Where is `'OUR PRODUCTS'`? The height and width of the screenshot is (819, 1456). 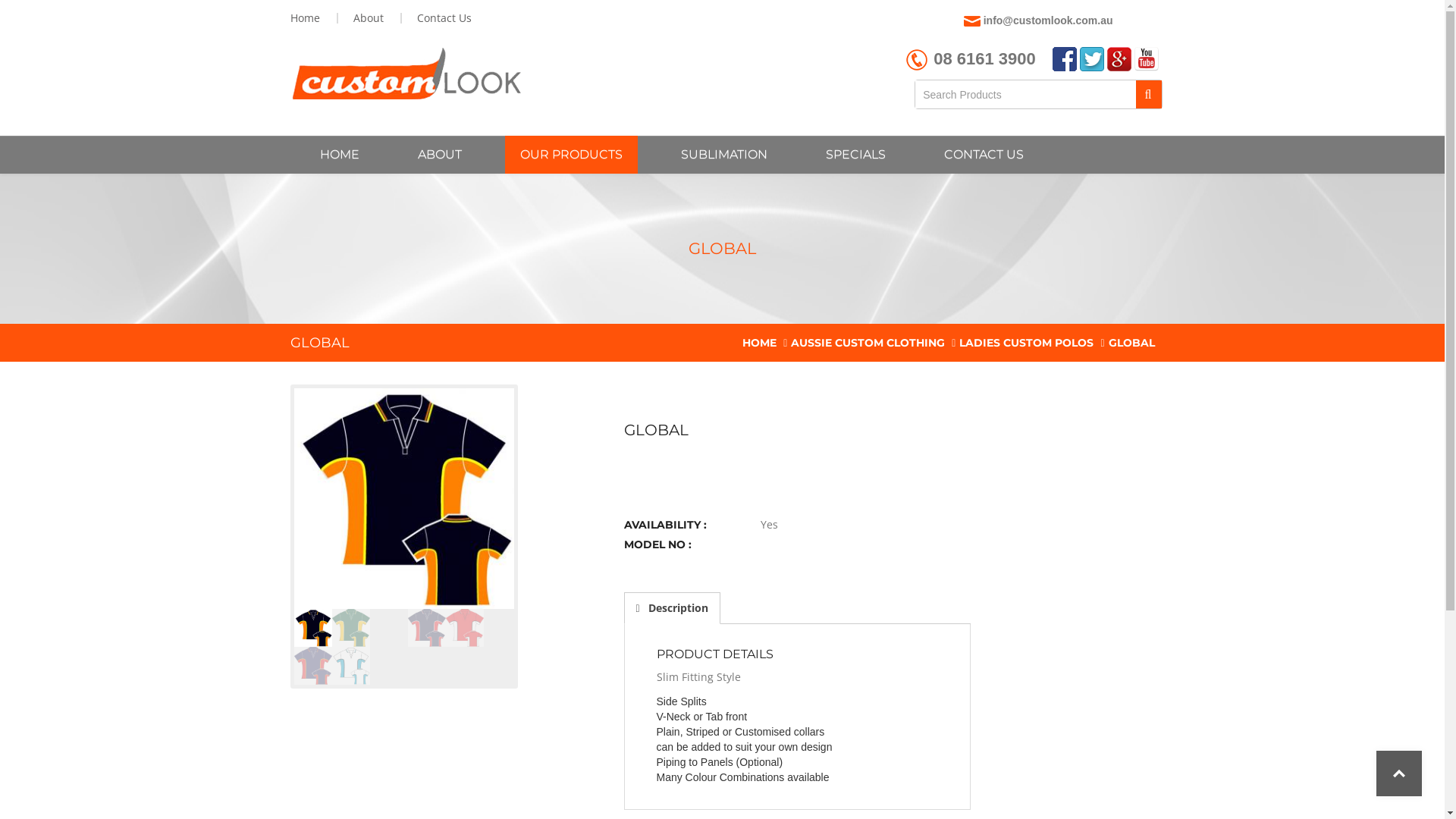
'OUR PRODUCTS' is located at coordinates (570, 155).